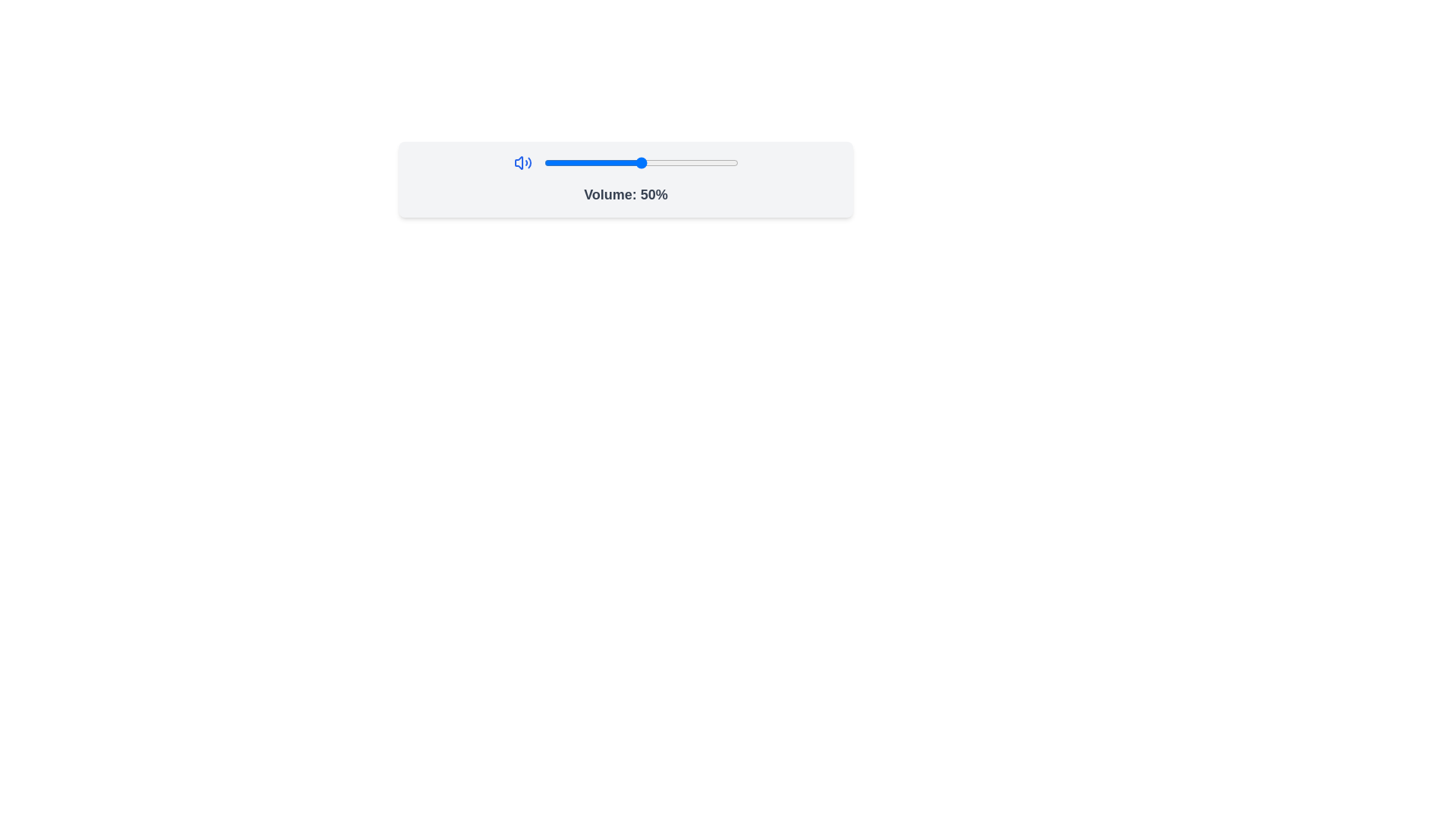 The width and height of the screenshot is (1456, 819). What do you see at coordinates (702, 163) in the screenshot?
I see `the volume` at bounding box center [702, 163].